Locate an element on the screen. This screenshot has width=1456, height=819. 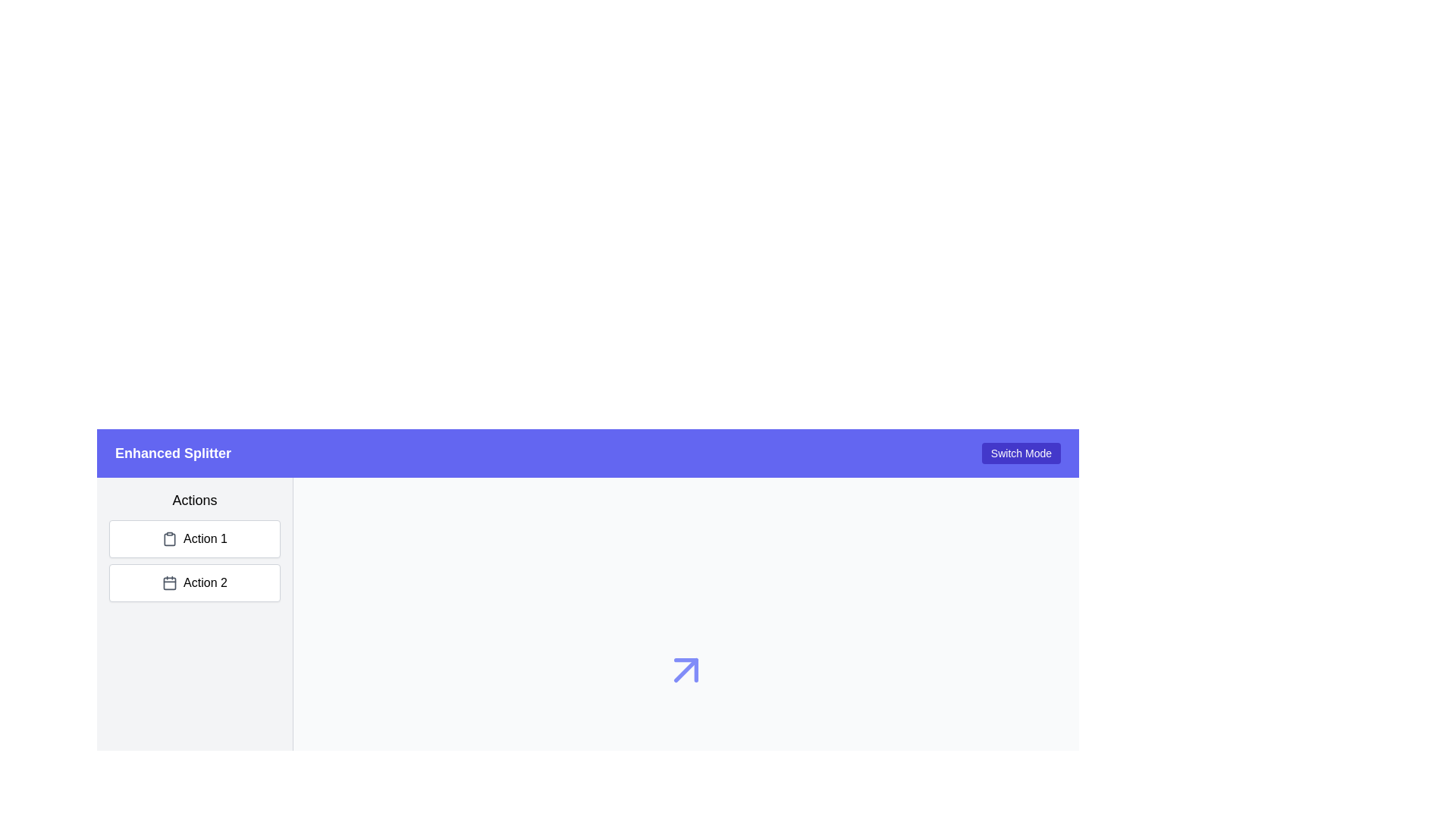
the second button in the vertical stack under the 'Actions' section is located at coordinates (194, 582).